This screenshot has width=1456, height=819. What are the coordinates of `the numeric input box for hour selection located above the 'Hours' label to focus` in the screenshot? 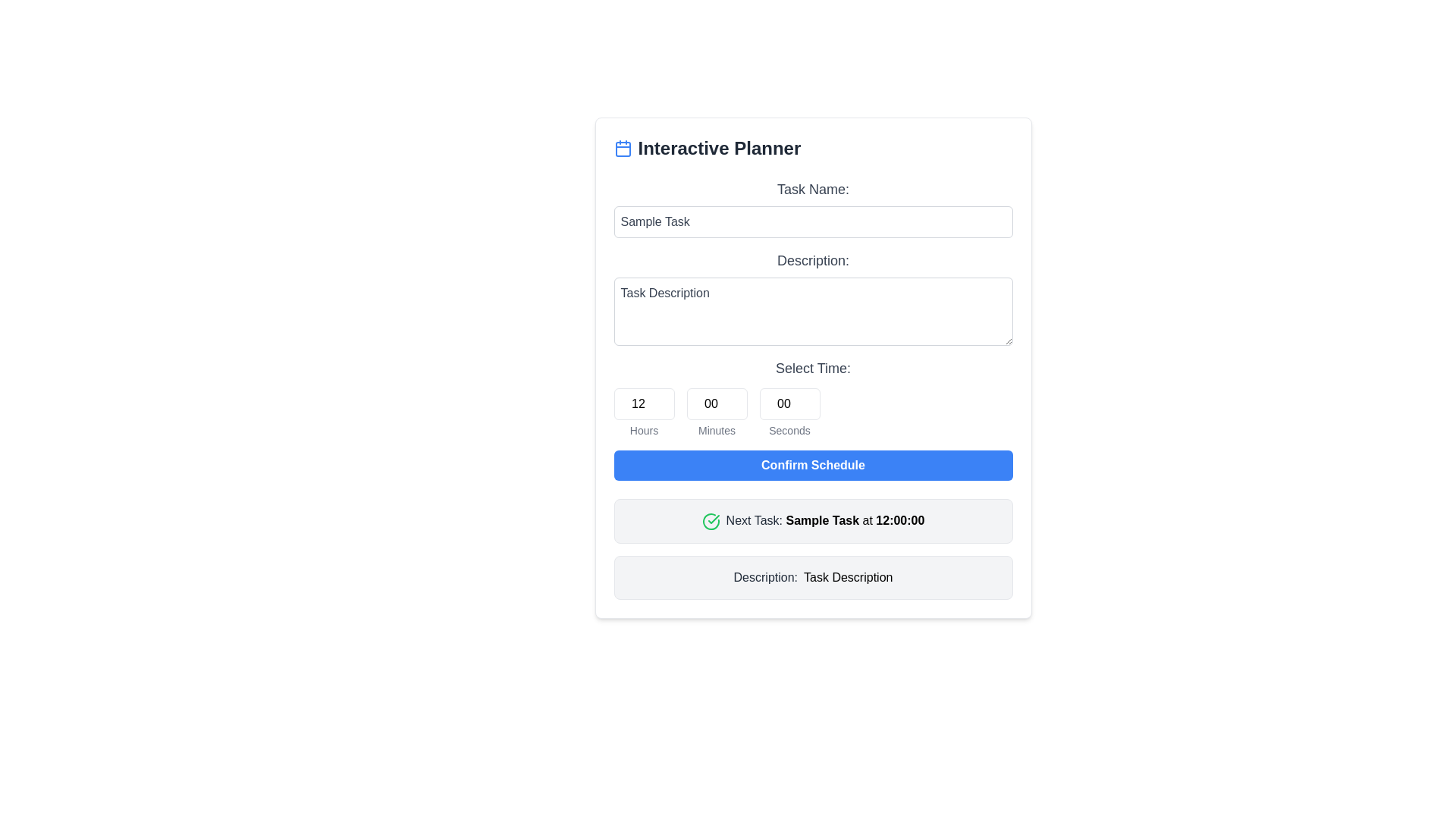 It's located at (644, 403).